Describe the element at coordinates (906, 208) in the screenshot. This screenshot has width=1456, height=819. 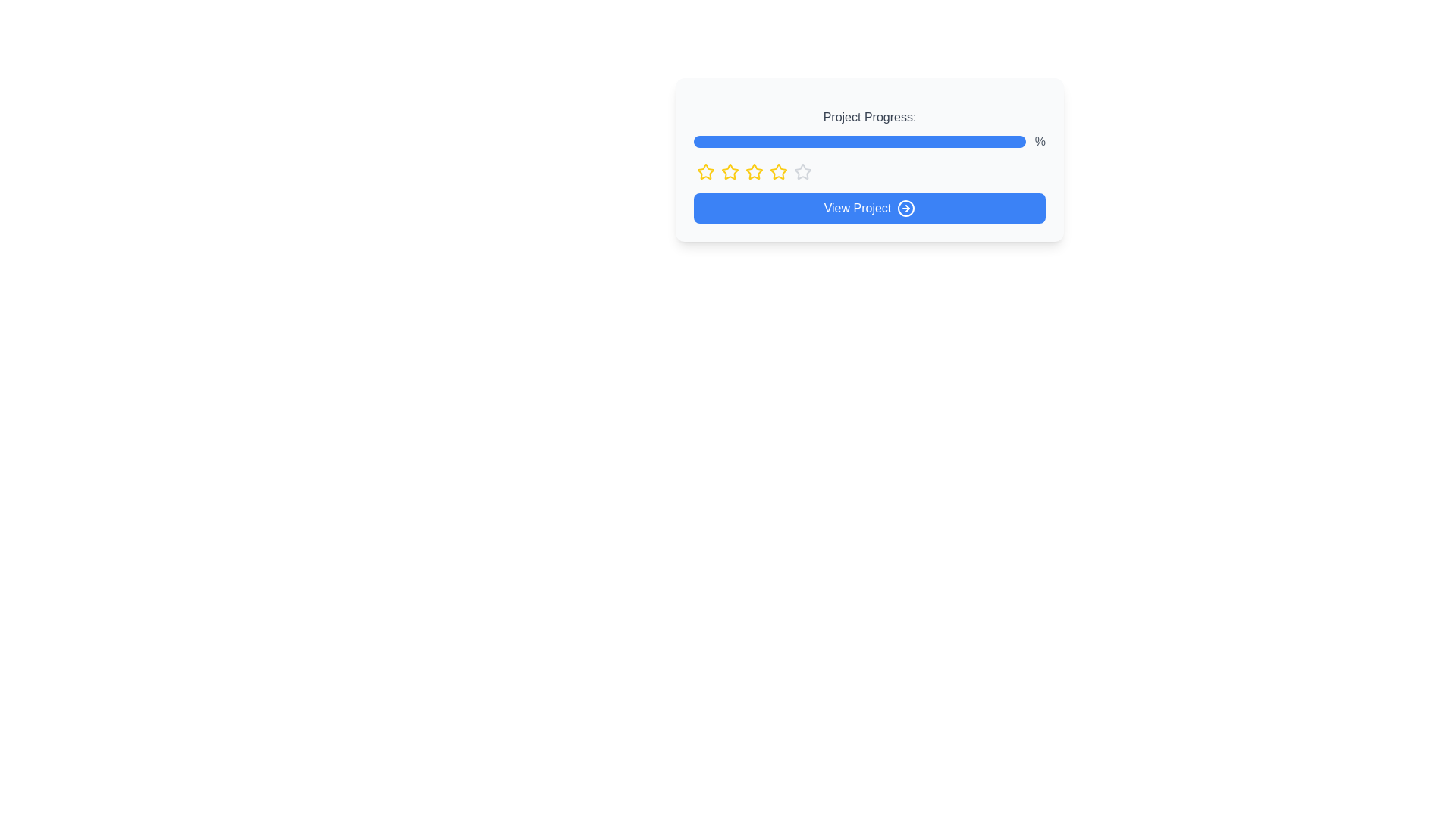
I see `the circular graphic element with a blue stroke located beside the 'View Project' text, which is part of an interactive icon` at that location.